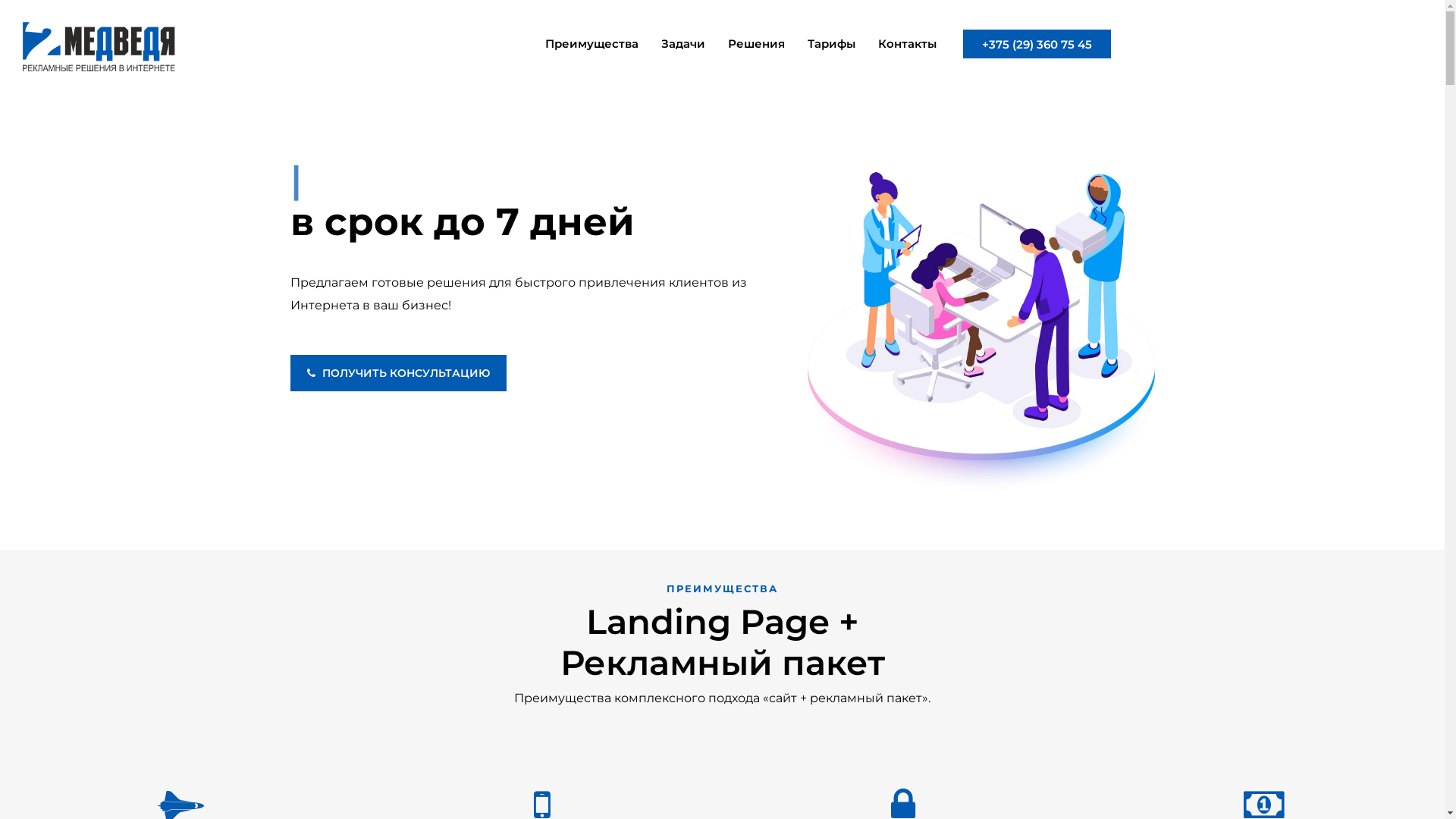 The image size is (1456, 819). Describe the element at coordinates (962, 42) in the screenshot. I see `'+375 (29) 360 75 45'` at that location.